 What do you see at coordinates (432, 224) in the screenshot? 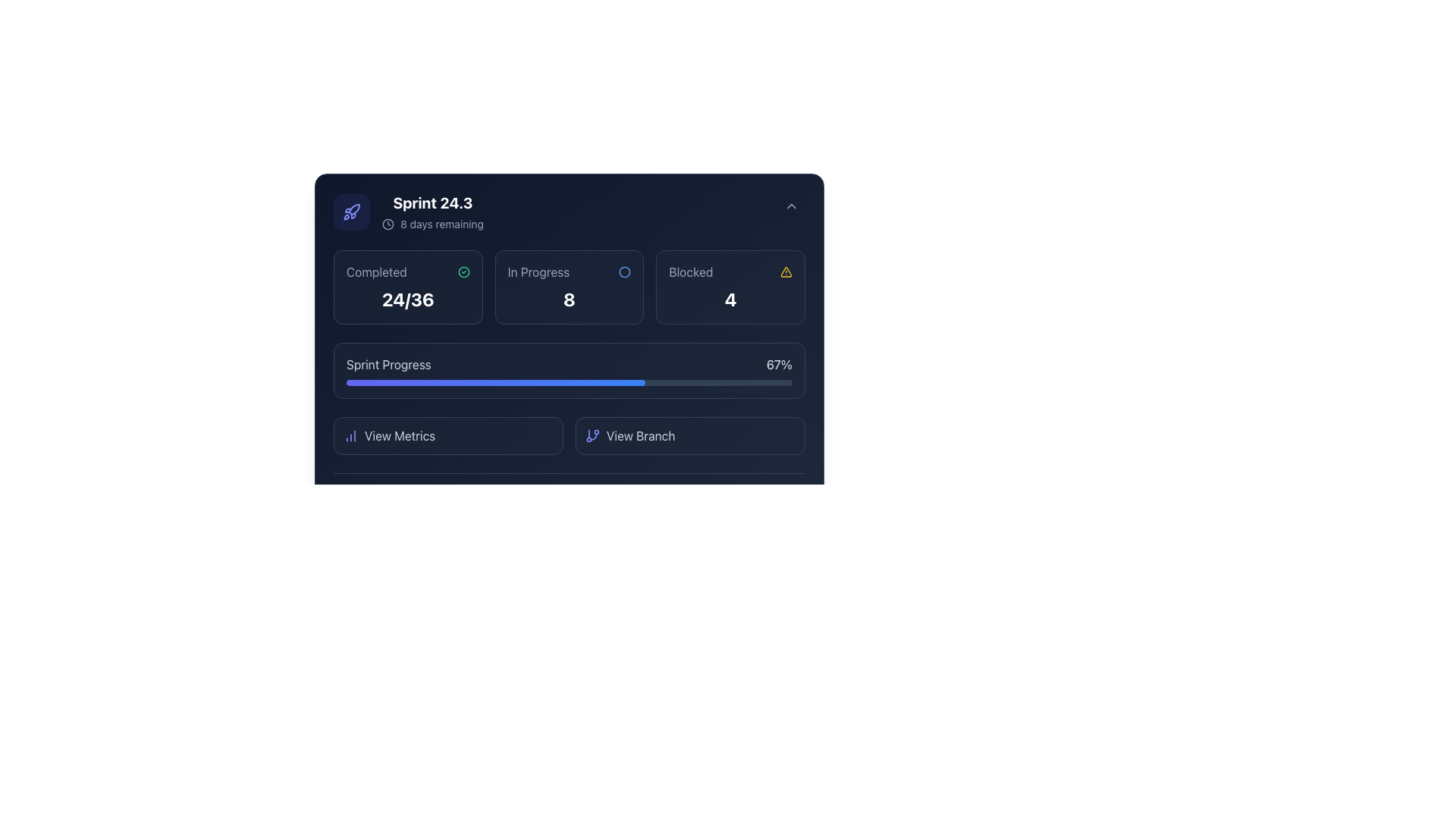
I see `the inline informational text element indicating the remaining time for a sprint, located directly under 'Sprint 24.3'` at bounding box center [432, 224].